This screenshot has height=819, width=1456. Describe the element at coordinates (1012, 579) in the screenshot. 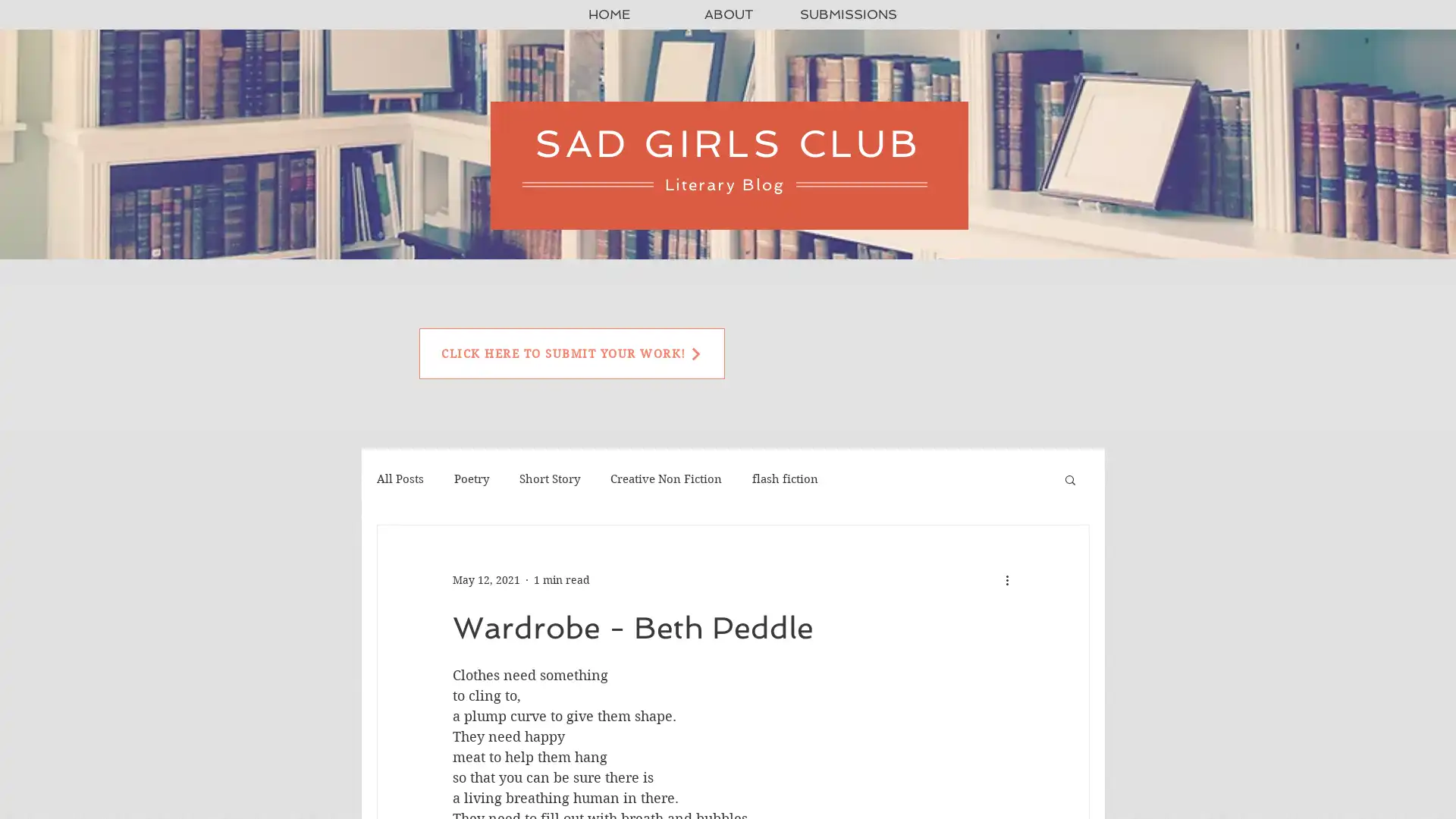

I see `More actions` at that location.